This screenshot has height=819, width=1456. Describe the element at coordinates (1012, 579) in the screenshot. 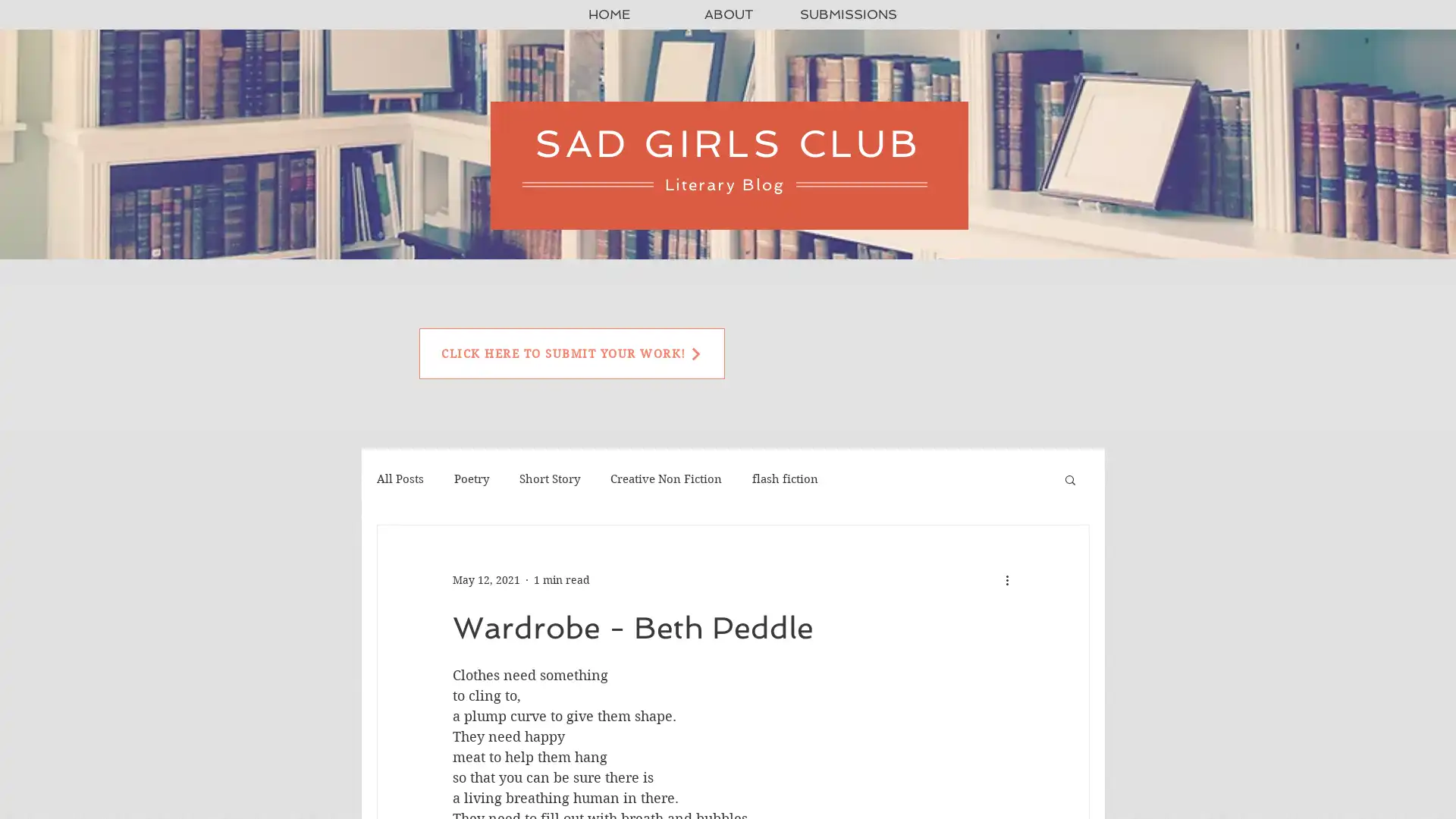

I see `More actions` at that location.